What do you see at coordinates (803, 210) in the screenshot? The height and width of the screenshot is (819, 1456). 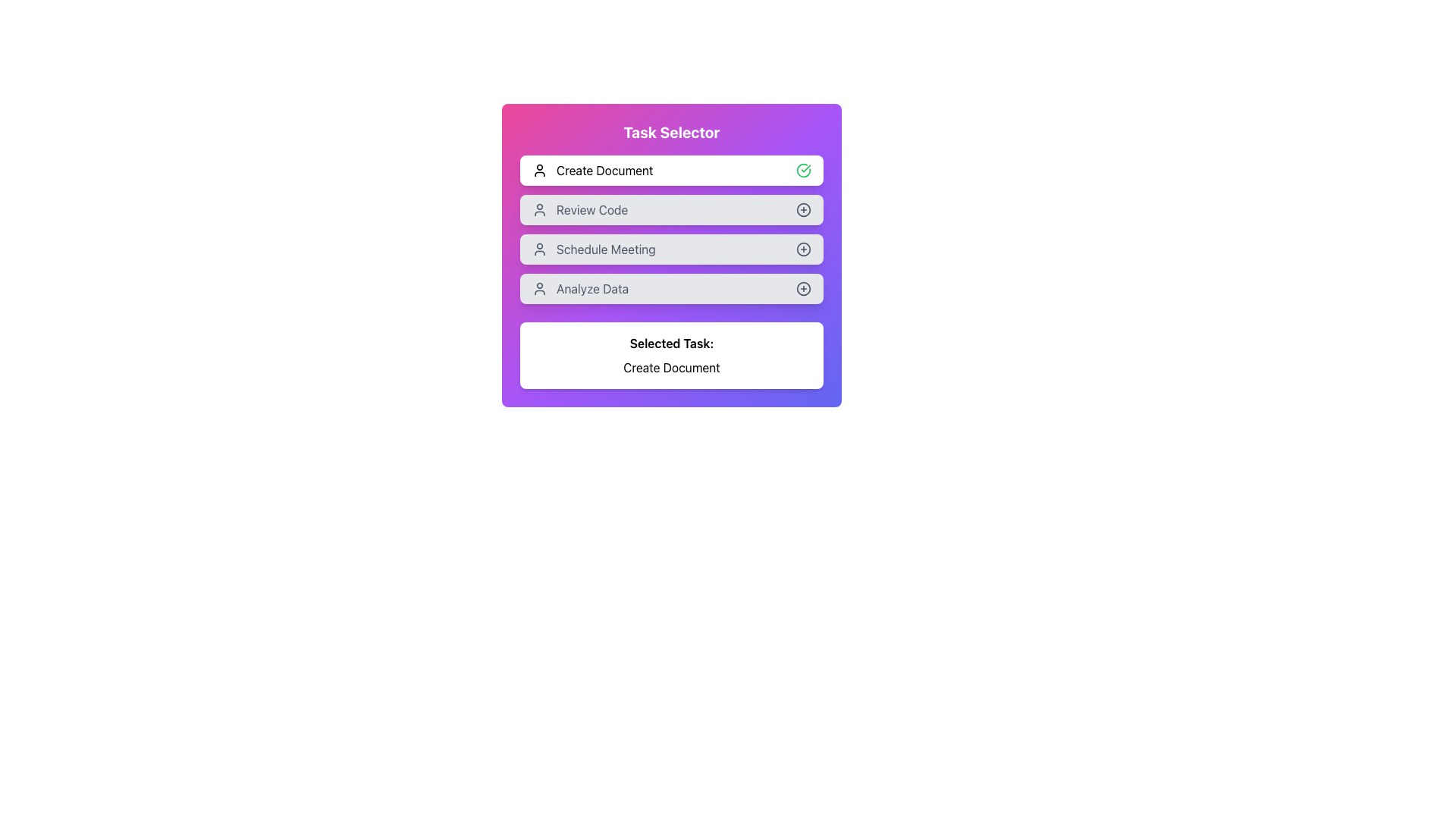 I see `the circular Action Icon with a '+' symbol inside, located at the far right end of the 'Review Code' task entry to initiate its associated action` at bounding box center [803, 210].